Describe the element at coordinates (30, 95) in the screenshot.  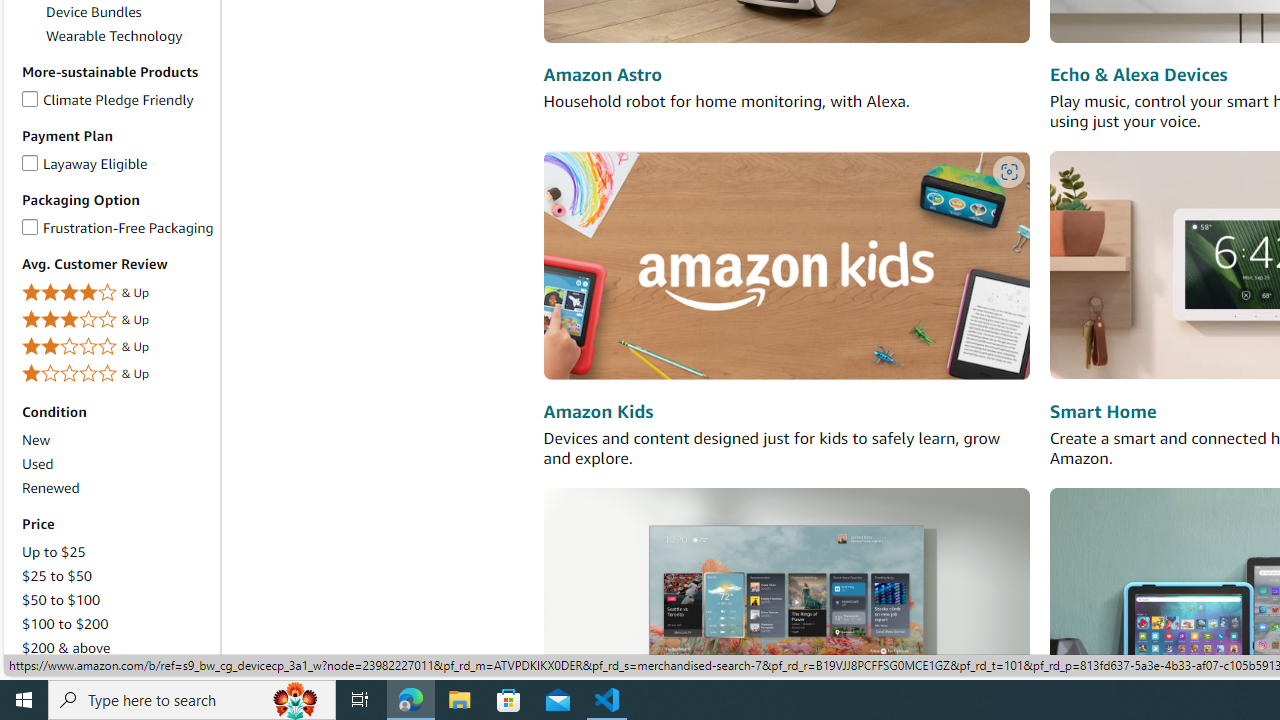
I see `'Climate Pledge Friendly'` at that location.